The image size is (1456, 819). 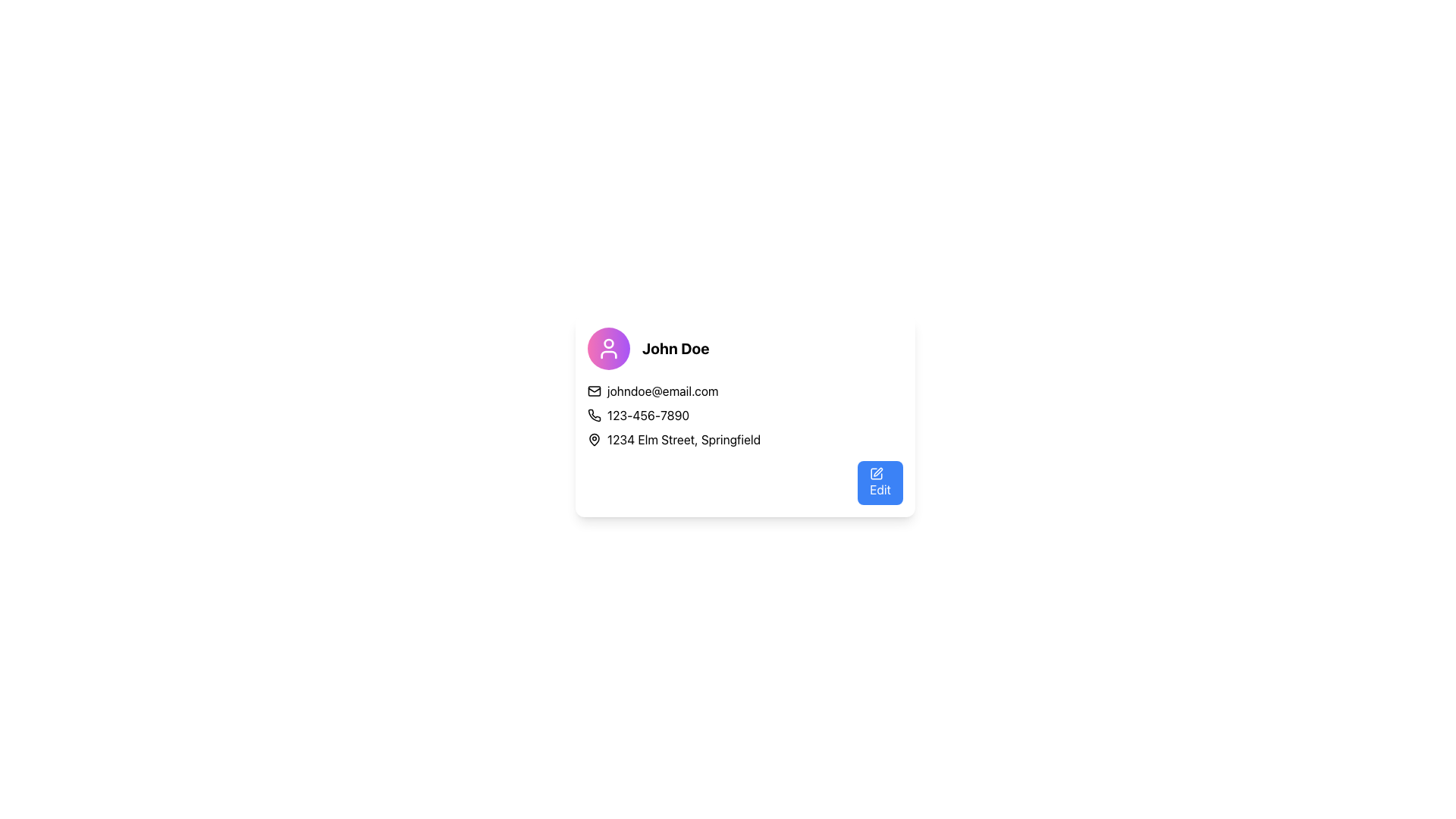 What do you see at coordinates (594, 415) in the screenshot?
I see `the phone handset icon, which is styled with simple curved lines and positioned to the left of the phone number '123-456-7890'` at bounding box center [594, 415].